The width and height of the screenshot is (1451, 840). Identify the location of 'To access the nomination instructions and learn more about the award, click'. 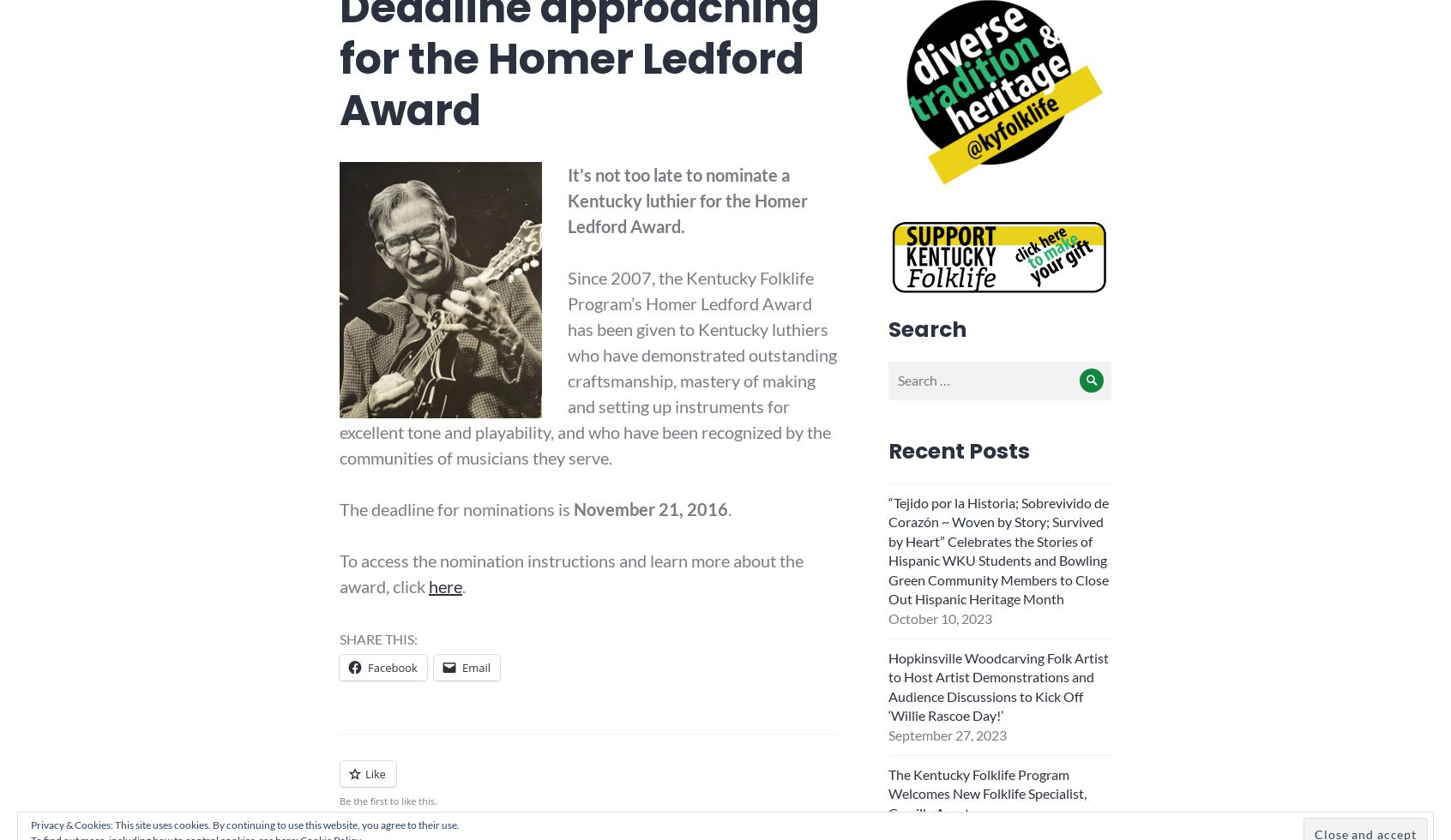
(571, 572).